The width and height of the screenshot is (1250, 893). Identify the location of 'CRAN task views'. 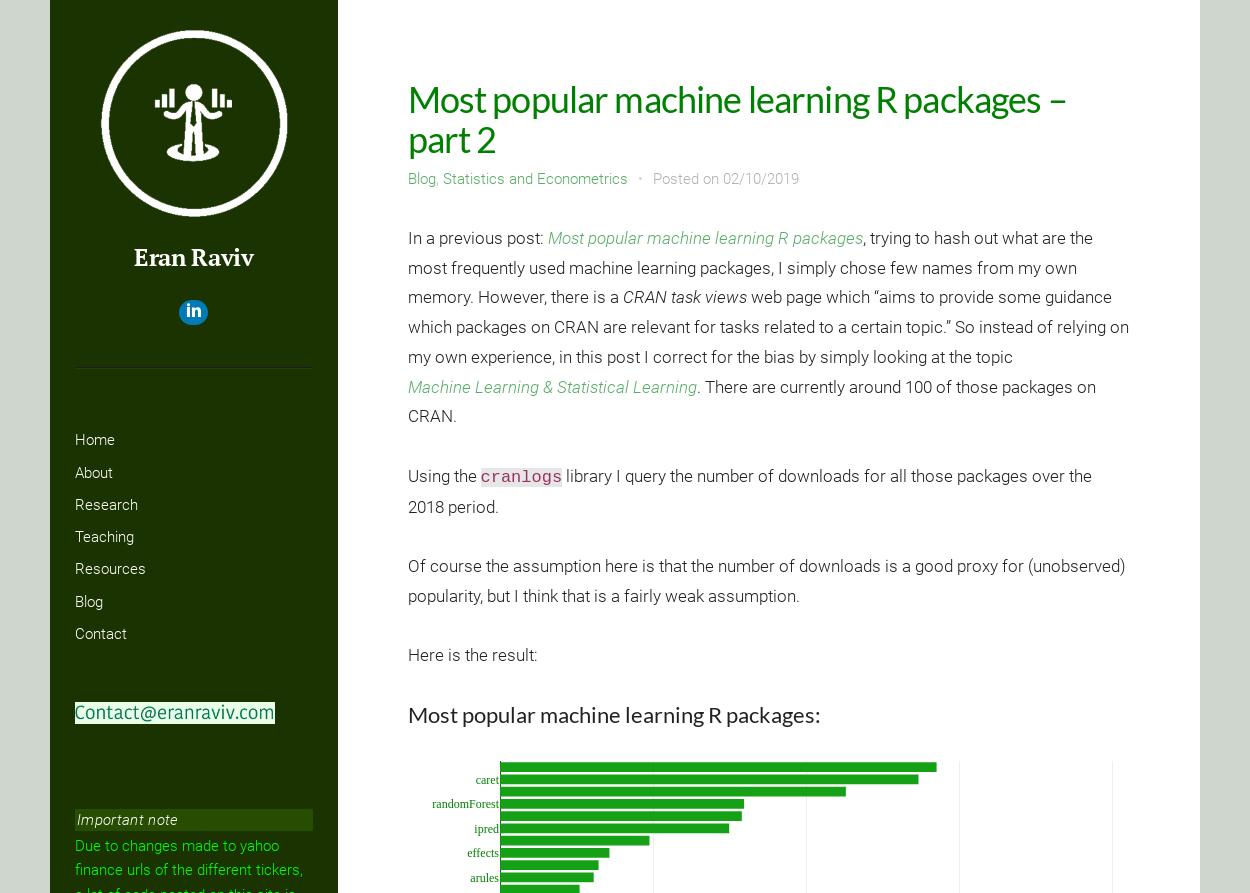
(684, 296).